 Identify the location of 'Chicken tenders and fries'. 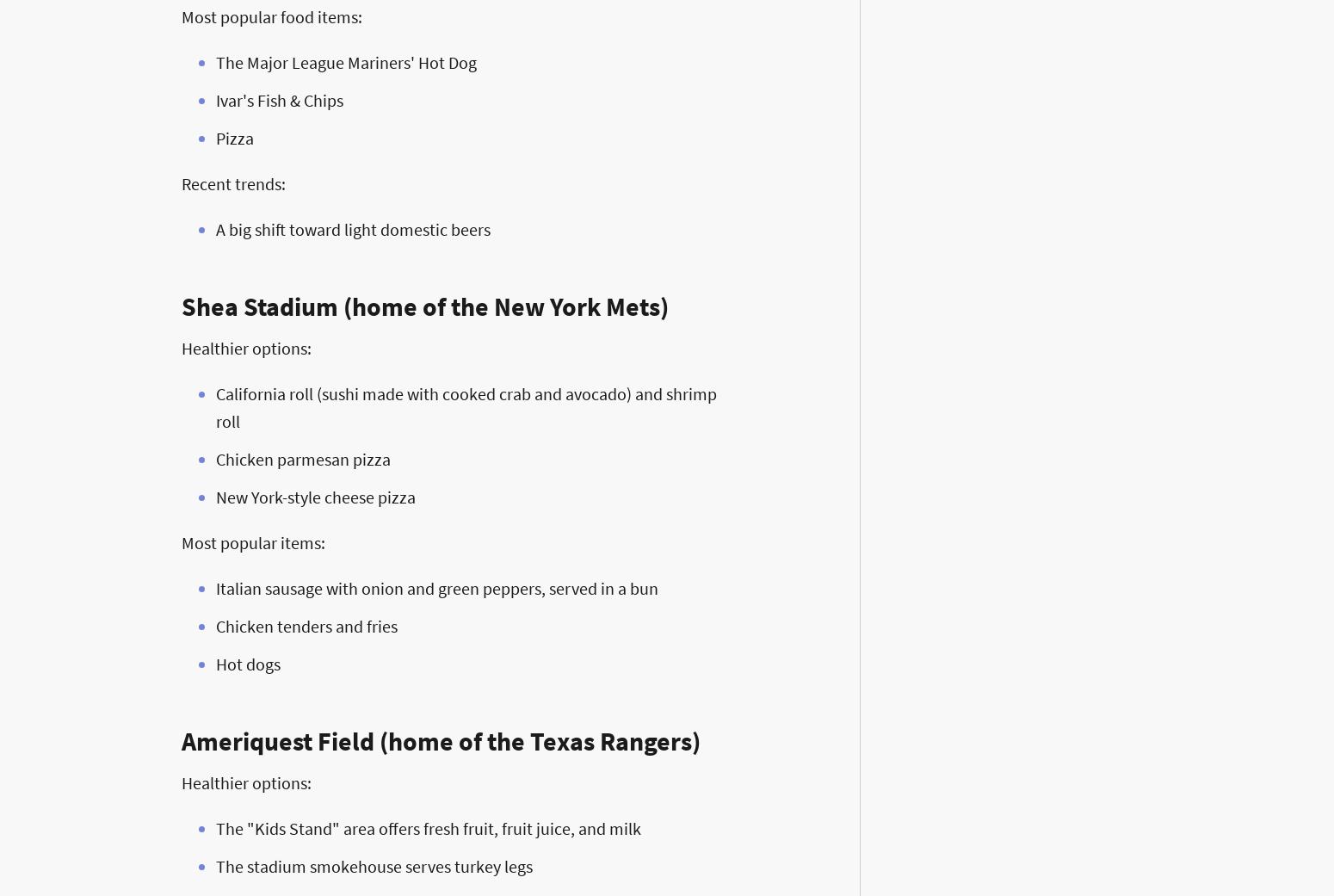
(306, 625).